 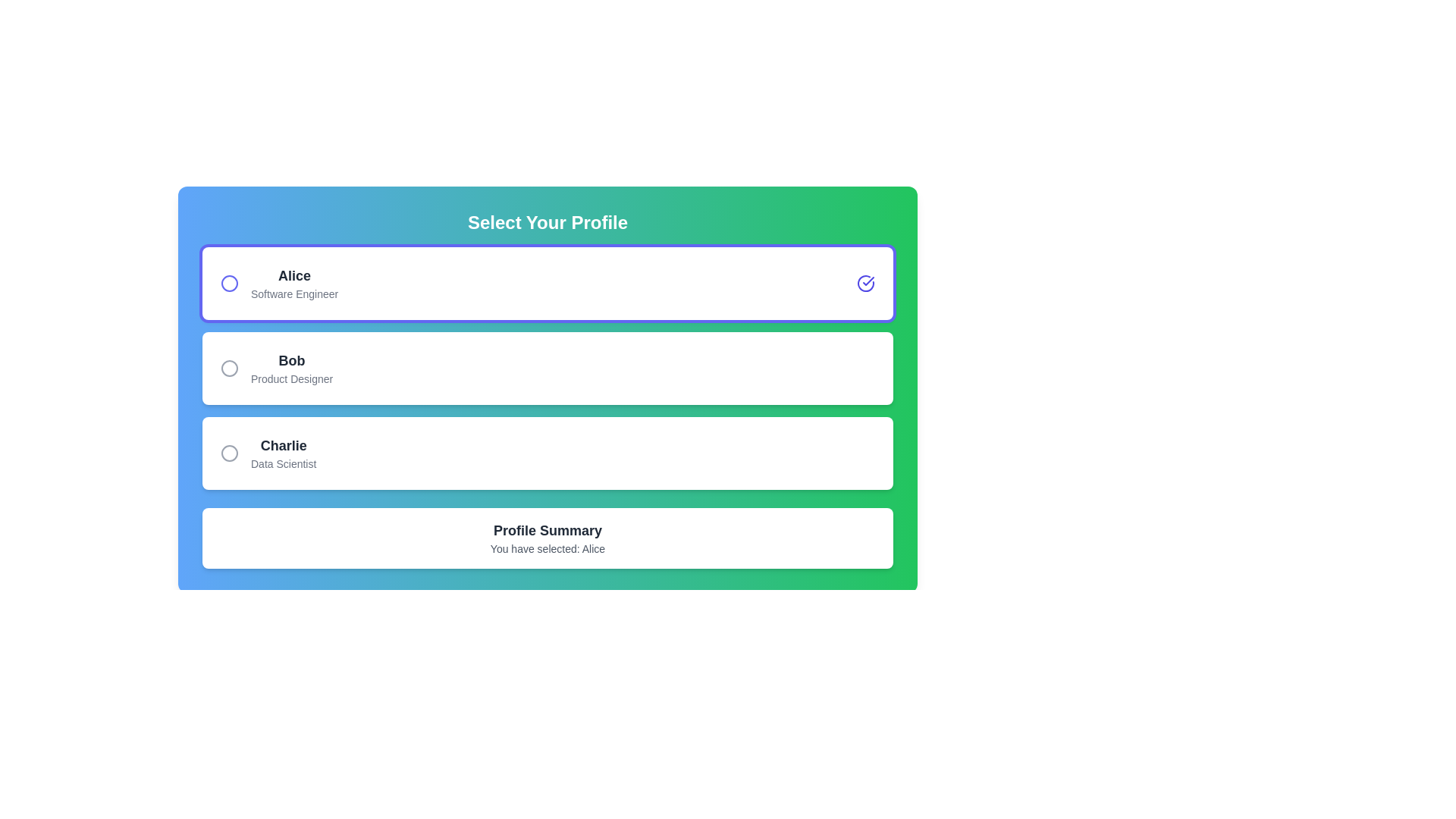 I want to click on displayed information of the profile label showing 'Charlie' and 'Data Scientist', located in the third row of the profile selection list, so click(x=284, y=452).